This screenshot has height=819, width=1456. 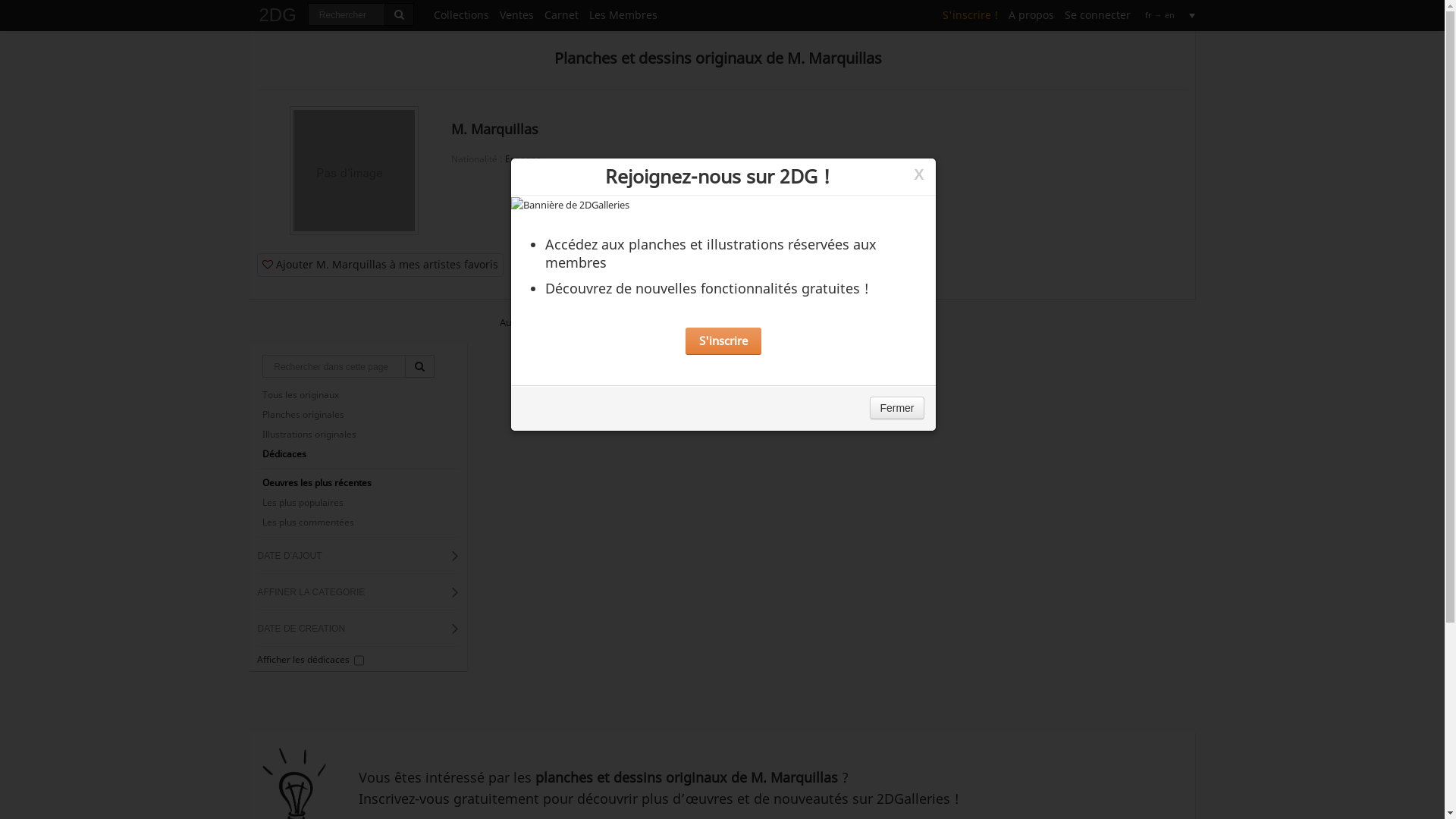 I want to click on 'Fermer', so click(x=896, y=406).